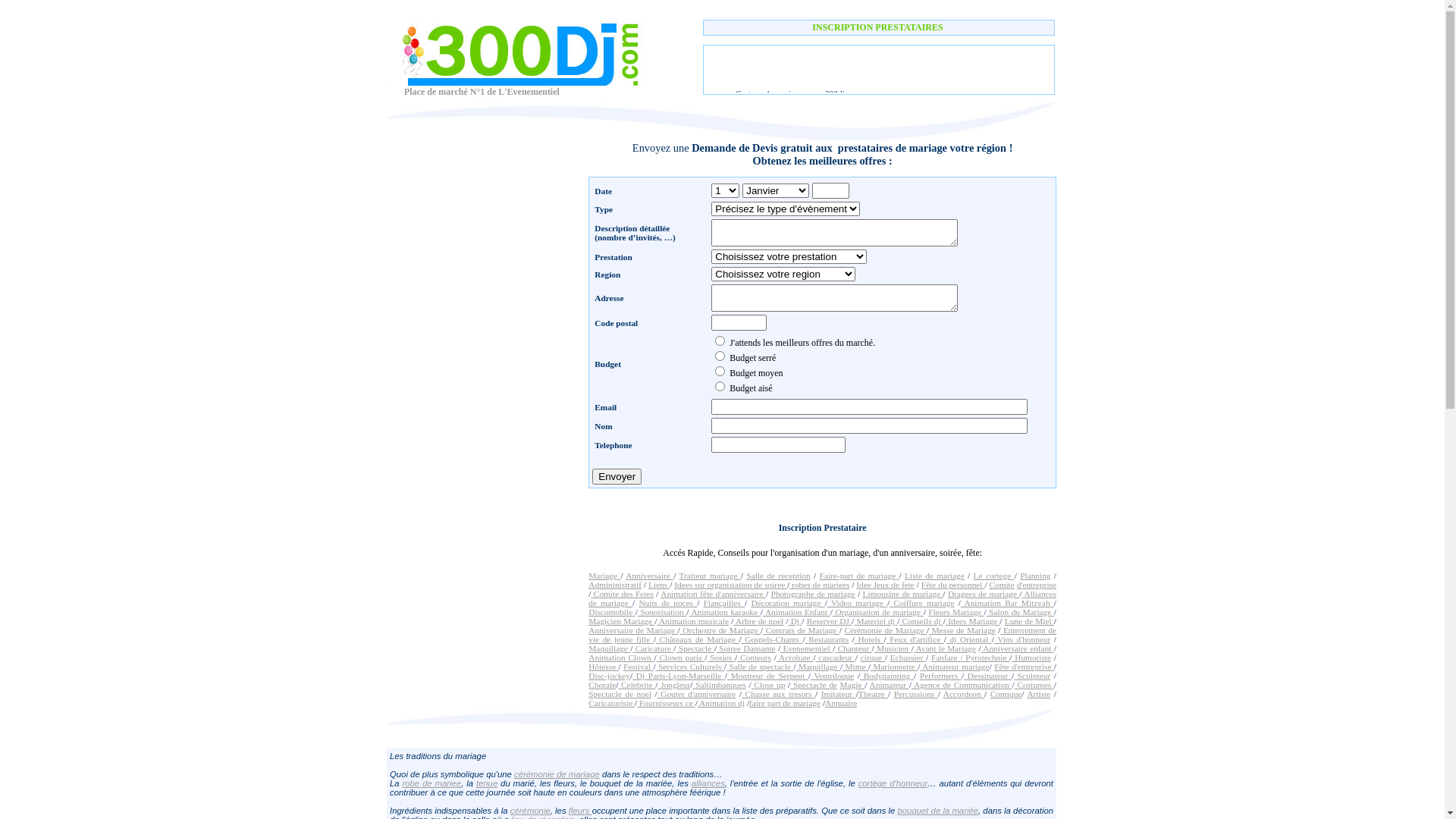  Describe the element at coordinates (656, 620) in the screenshot. I see `'Animation musicale'` at that location.